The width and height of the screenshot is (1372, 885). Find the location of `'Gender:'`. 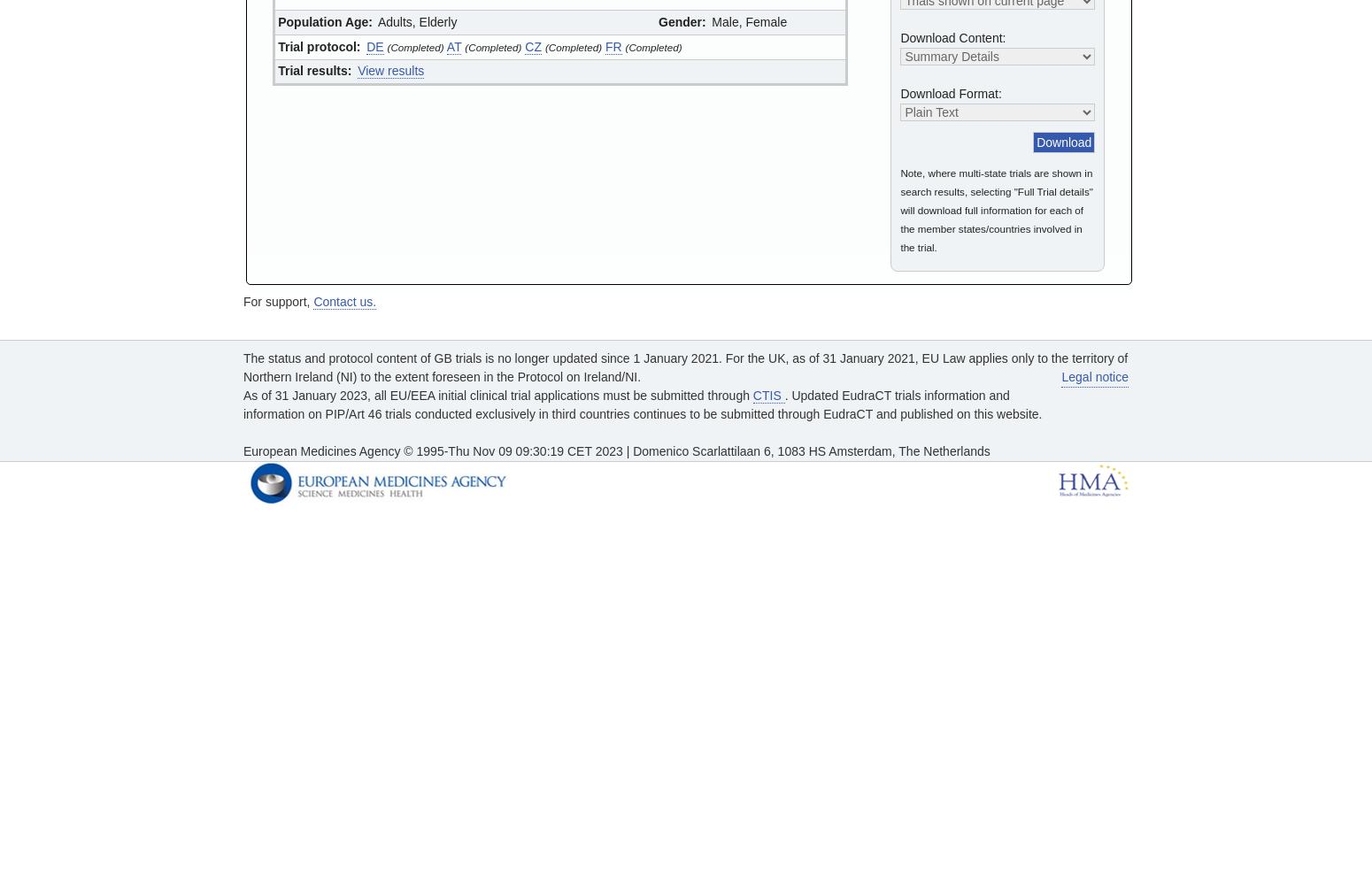

'Gender:' is located at coordinates (682, 22).